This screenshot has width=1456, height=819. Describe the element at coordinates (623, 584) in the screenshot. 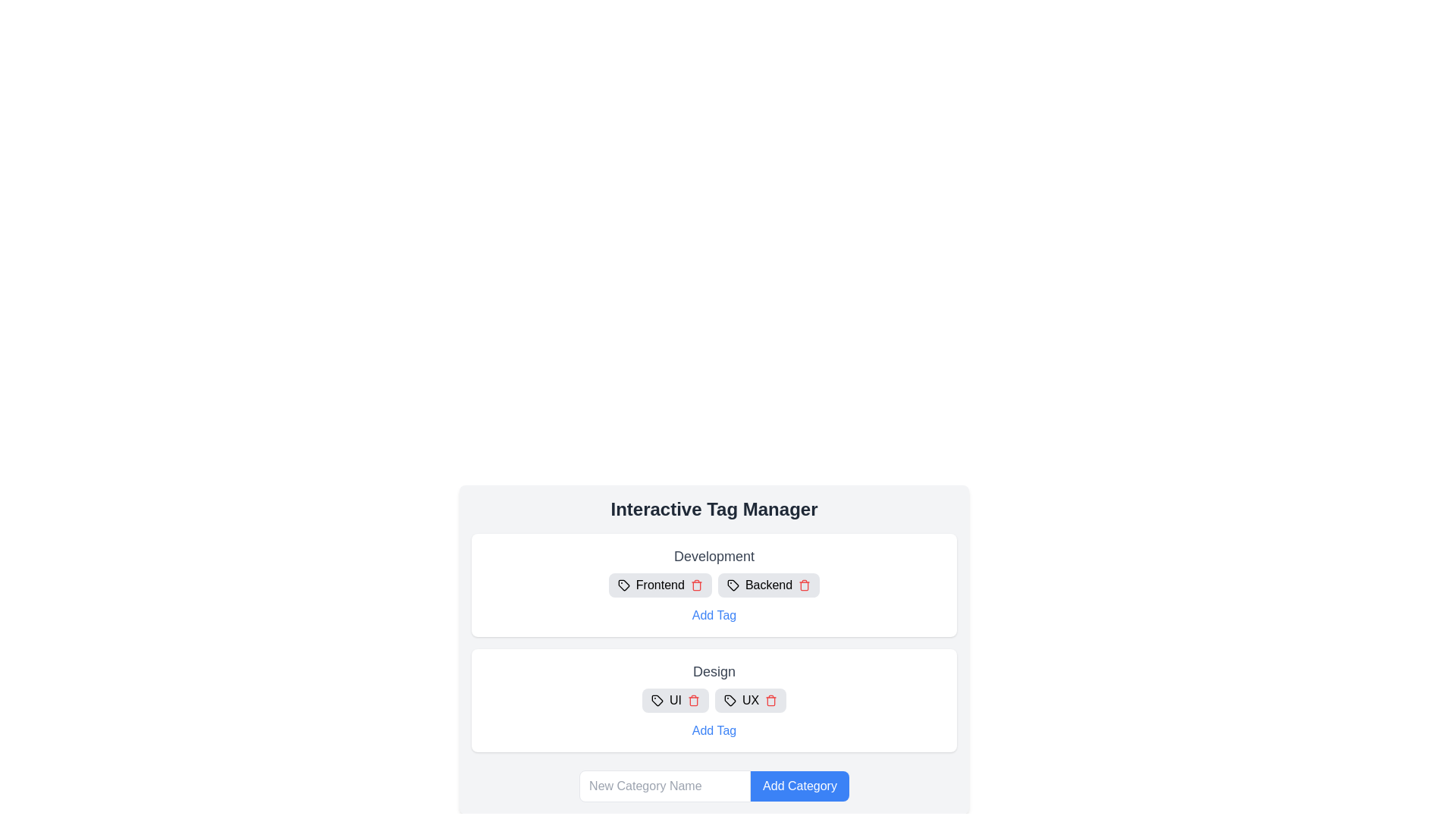

I see `the small SVG graphic tag icon representing 'Frontend' within the 'Interactive Tag Manager' interface, which is positioned to the left of the 'Frontend' text` at that location.